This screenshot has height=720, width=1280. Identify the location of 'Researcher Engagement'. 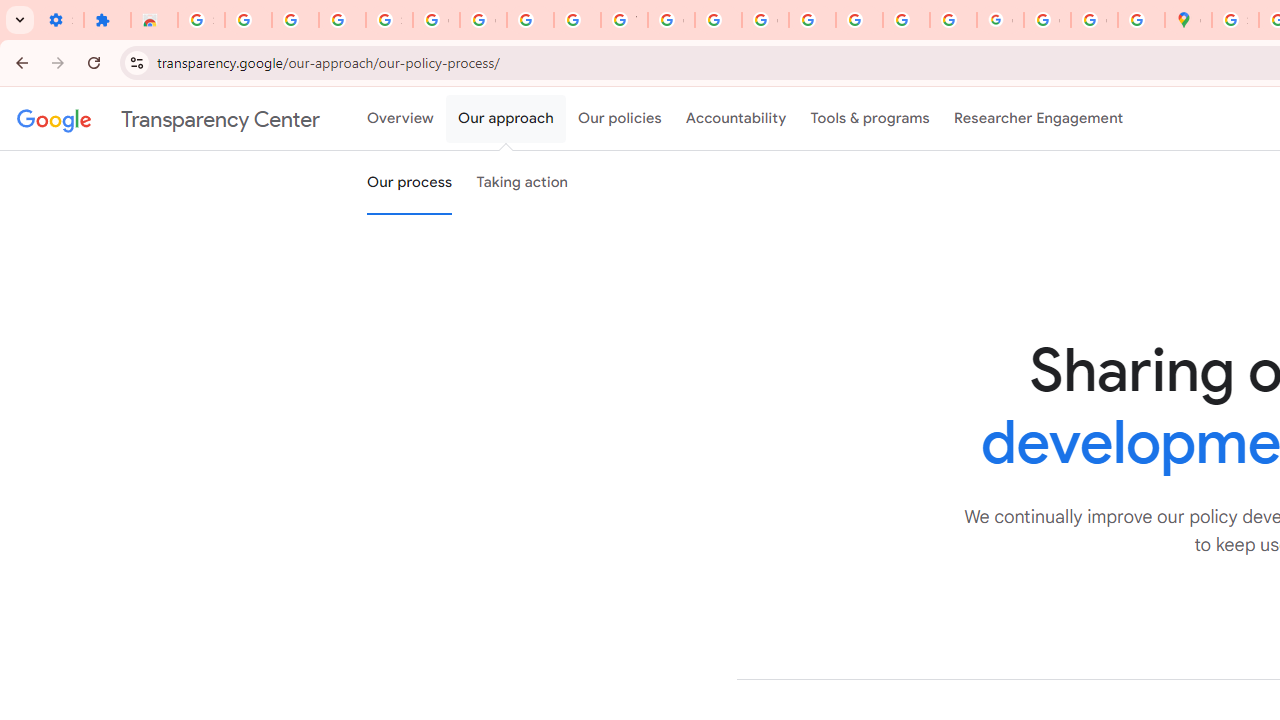
(1038, 119).